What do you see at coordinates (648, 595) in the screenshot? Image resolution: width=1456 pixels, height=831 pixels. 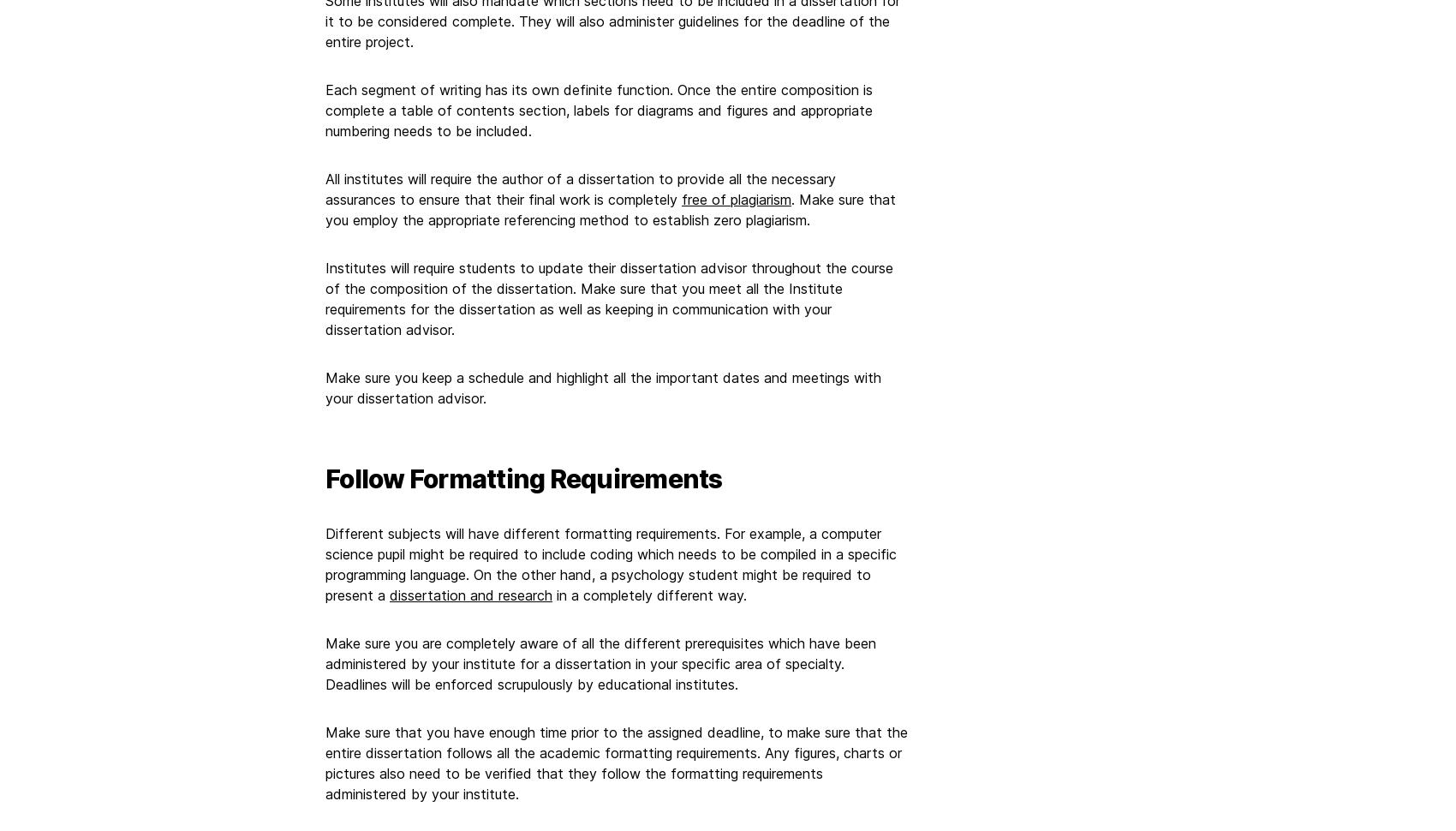 I see `'in a completely different way.'` at bounding box center [648, 595].